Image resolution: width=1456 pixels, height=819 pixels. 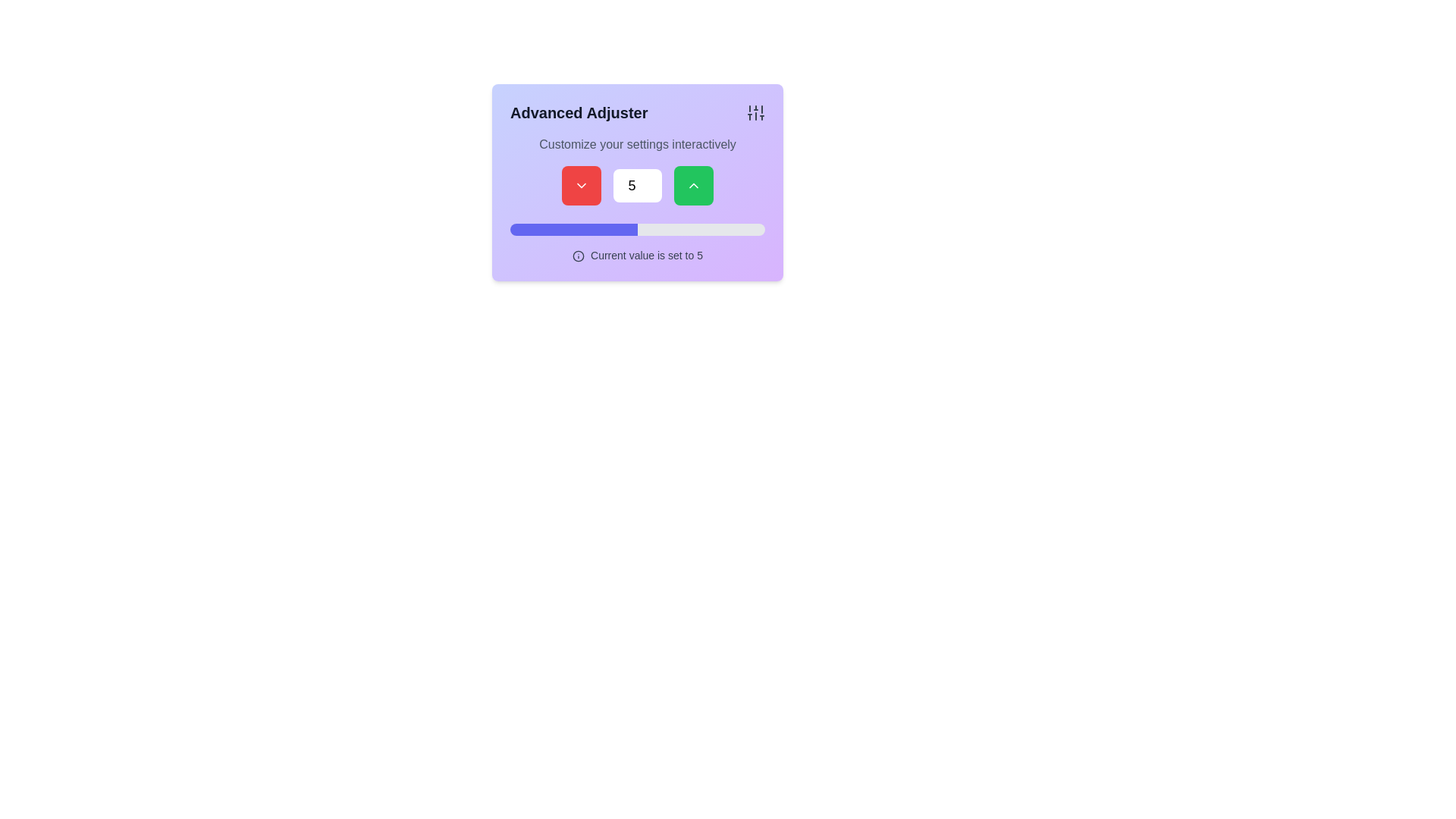 What do you see at coordinates (573, 230) in the screenshot?
I see `the progress indicator, which visually represents completion and is located near the bottom of the interface, filling approximately 50% of the progress bar's width` at bounding box center [573, 230].